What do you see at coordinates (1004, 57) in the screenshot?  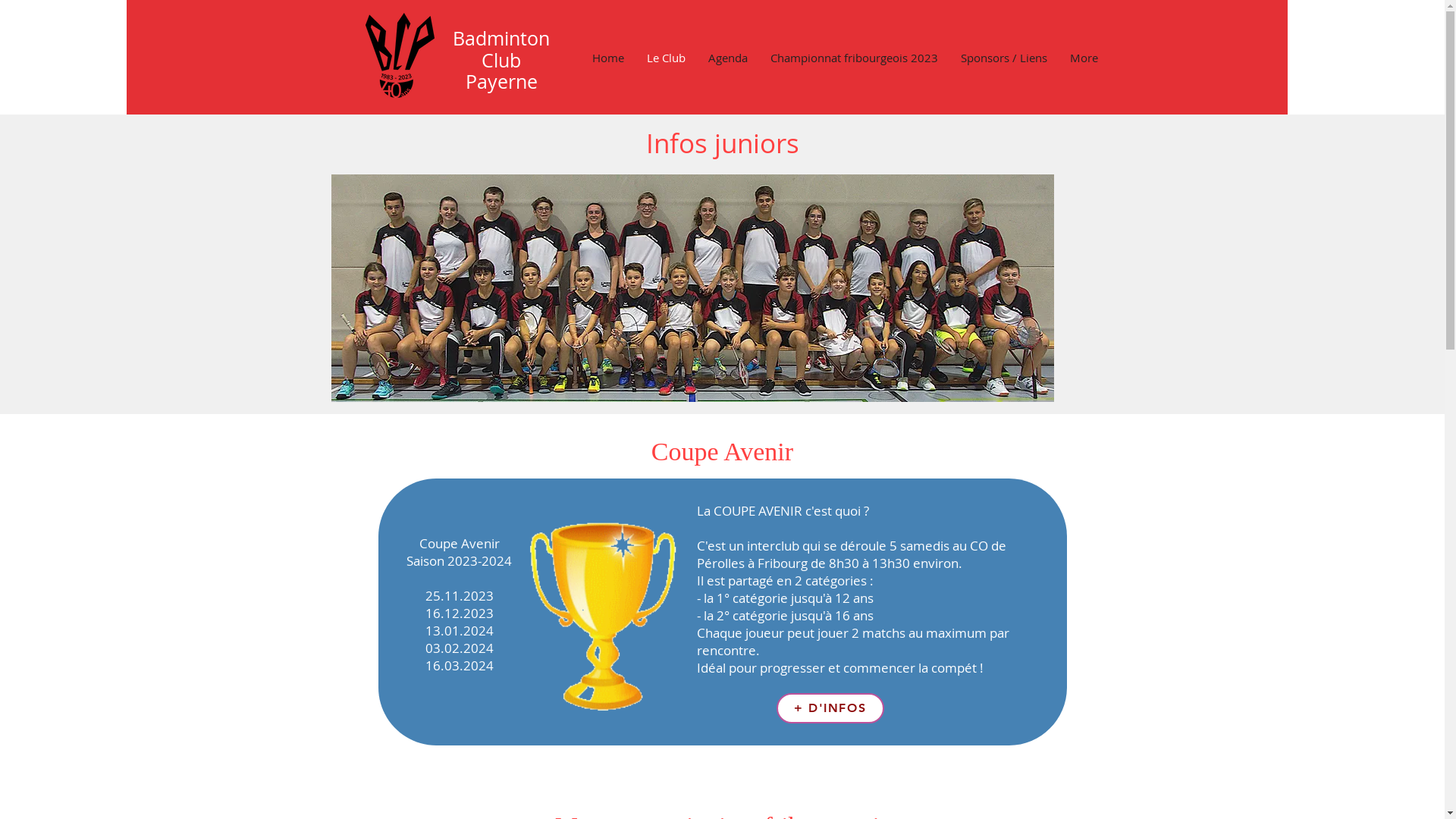 I see `'Sponsors / Liens'` at bounding box center [1004, 57].